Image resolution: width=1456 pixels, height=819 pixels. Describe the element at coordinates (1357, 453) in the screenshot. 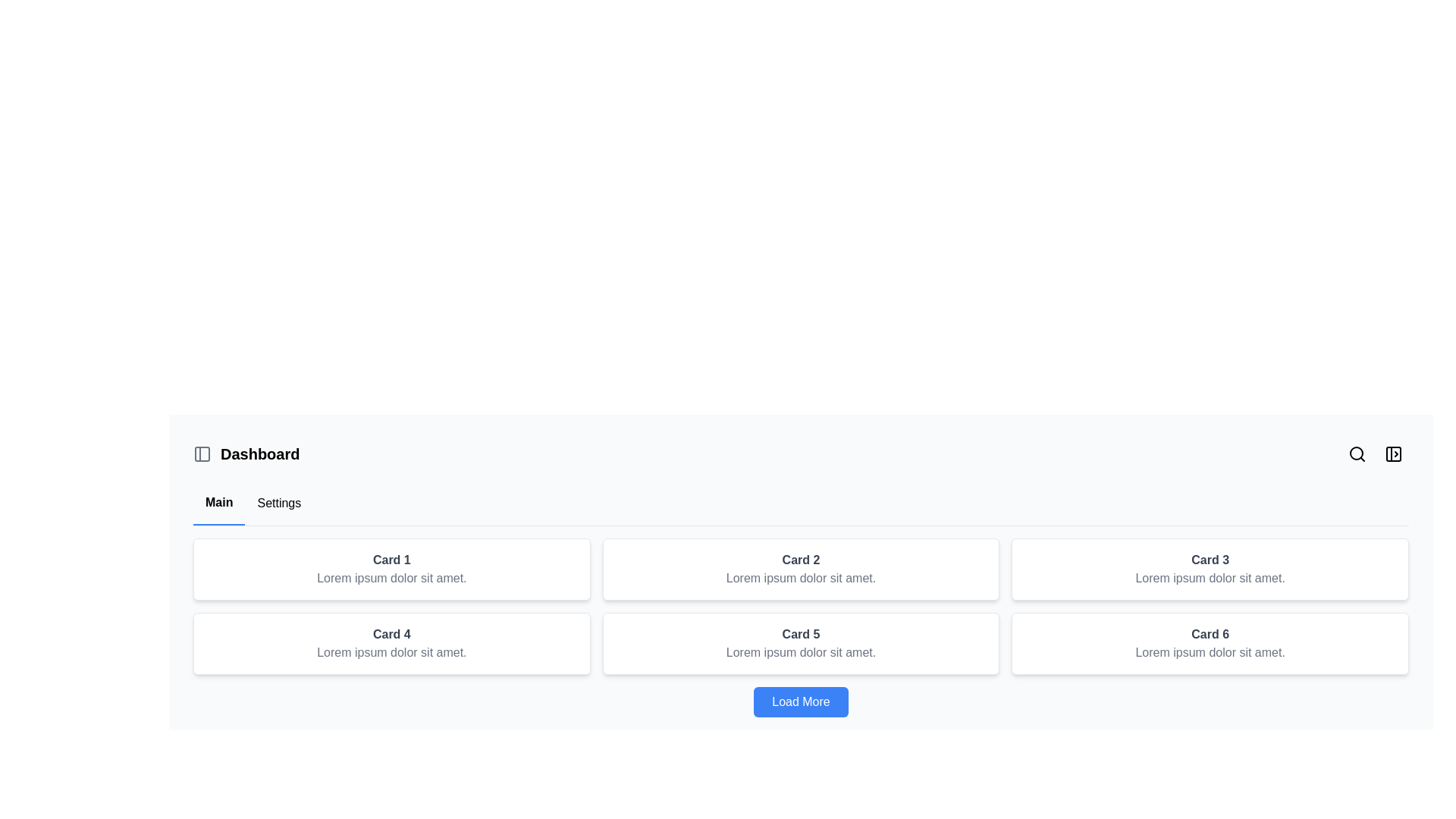

I see `the search icon represented by a magnifying glass located near the top-right corner of the interface to initiate a search action` at that location.